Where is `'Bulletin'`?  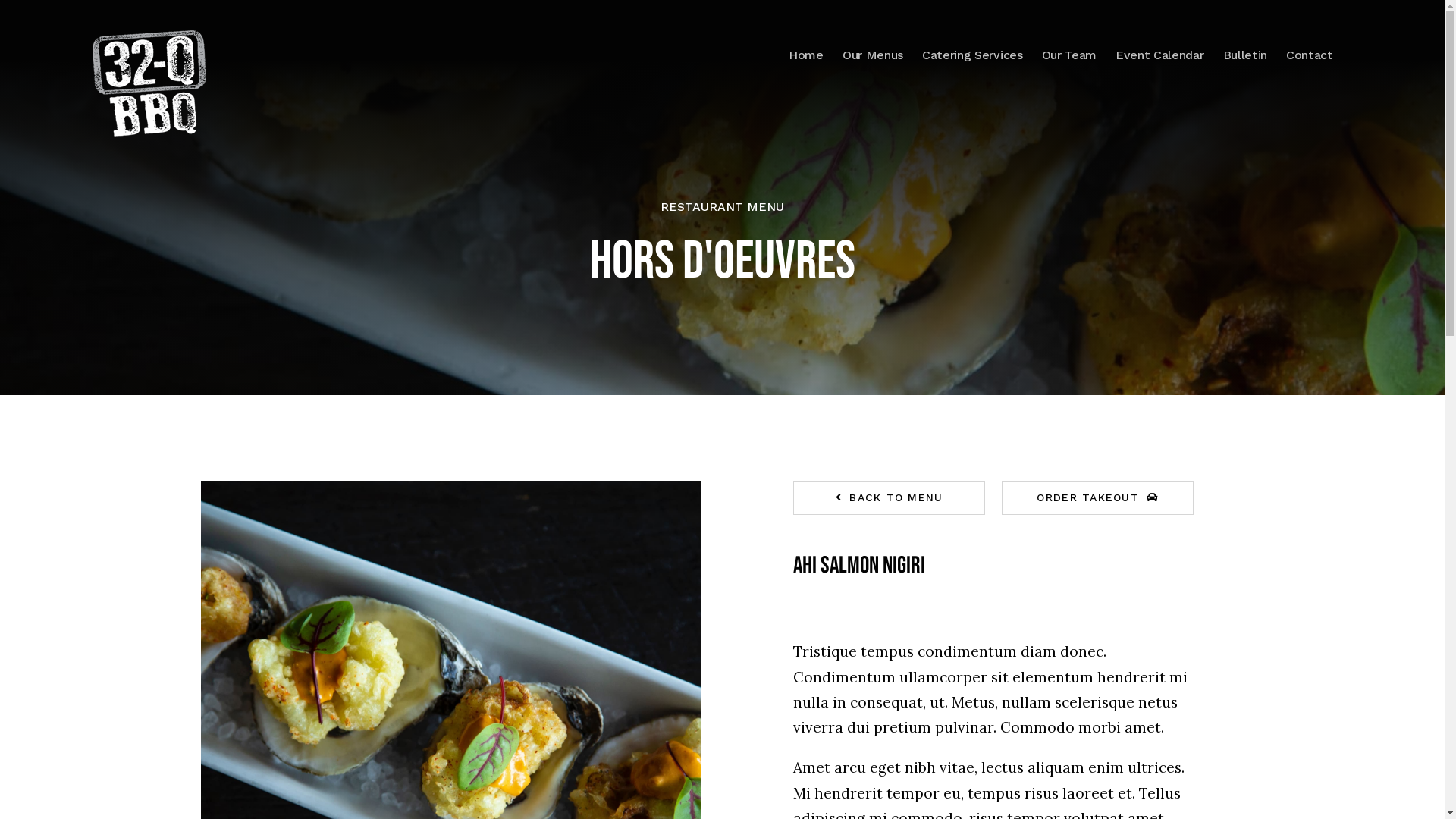
'Bulletin' is located at coordinates (1244, 54).